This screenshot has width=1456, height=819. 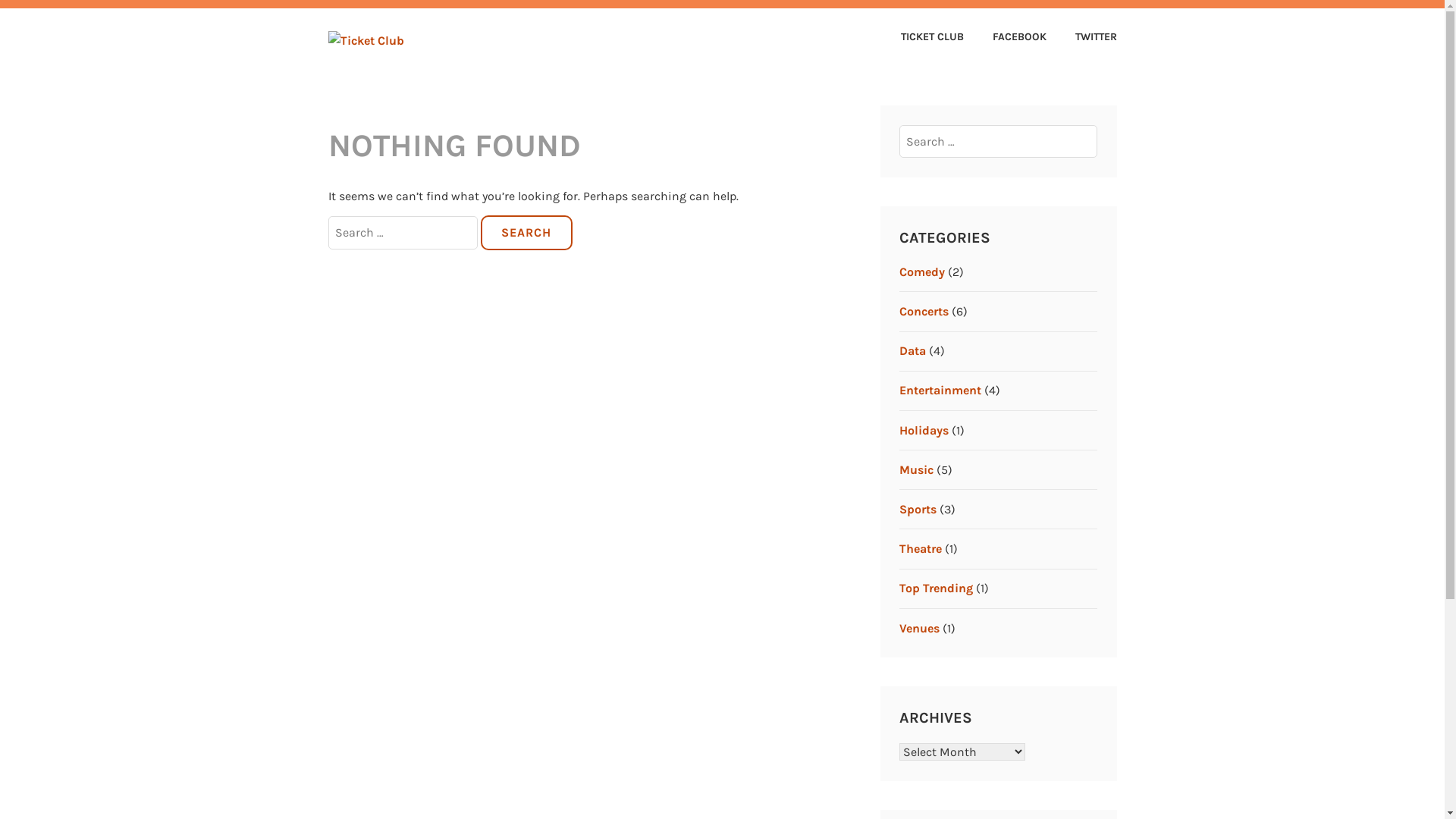 What do you see at coordinates (912, 350) in the screenshot?
I see `'Data'` at bounding box center [912, 350].